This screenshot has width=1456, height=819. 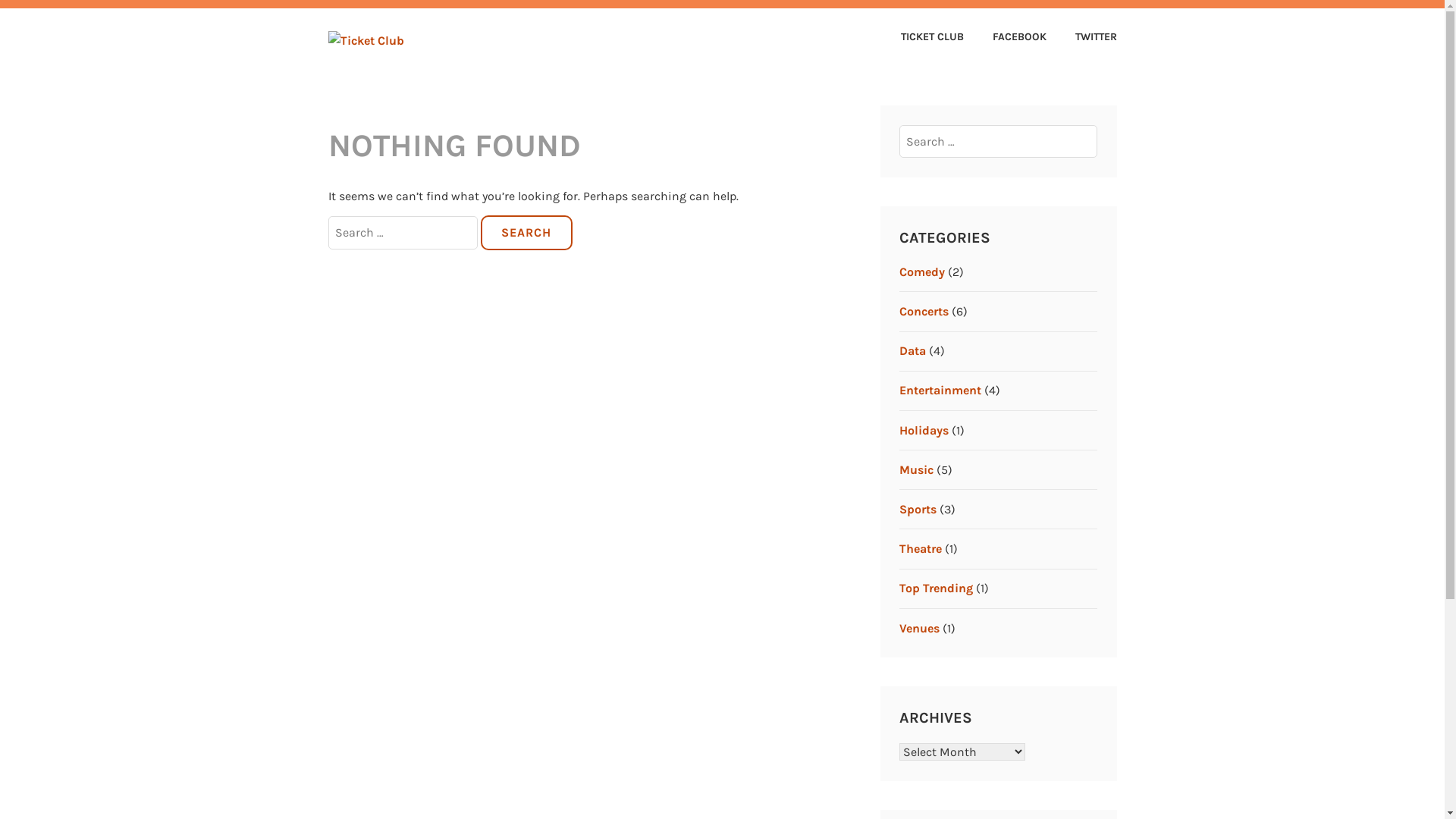 What do you see at coordinates (912, 350) in the screenshot?
I see `'Data'` at bounding box center [912, 350].